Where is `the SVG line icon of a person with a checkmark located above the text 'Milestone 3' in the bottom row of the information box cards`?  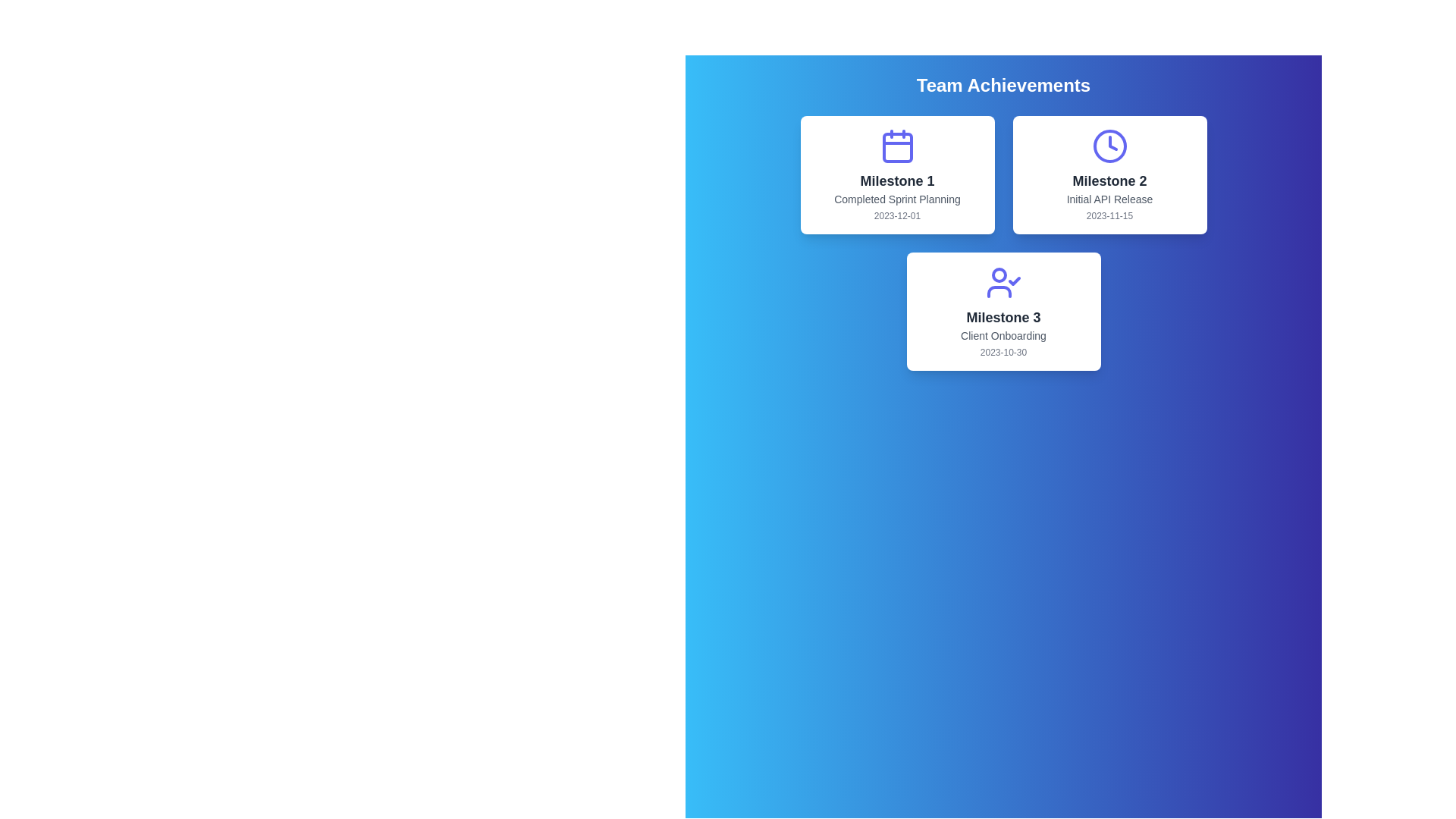 the SVG line icon of a person with a checkmark located above the text 'Milestone 3' in the bottom row of the information box cards is located at coordinates (1003, 283).